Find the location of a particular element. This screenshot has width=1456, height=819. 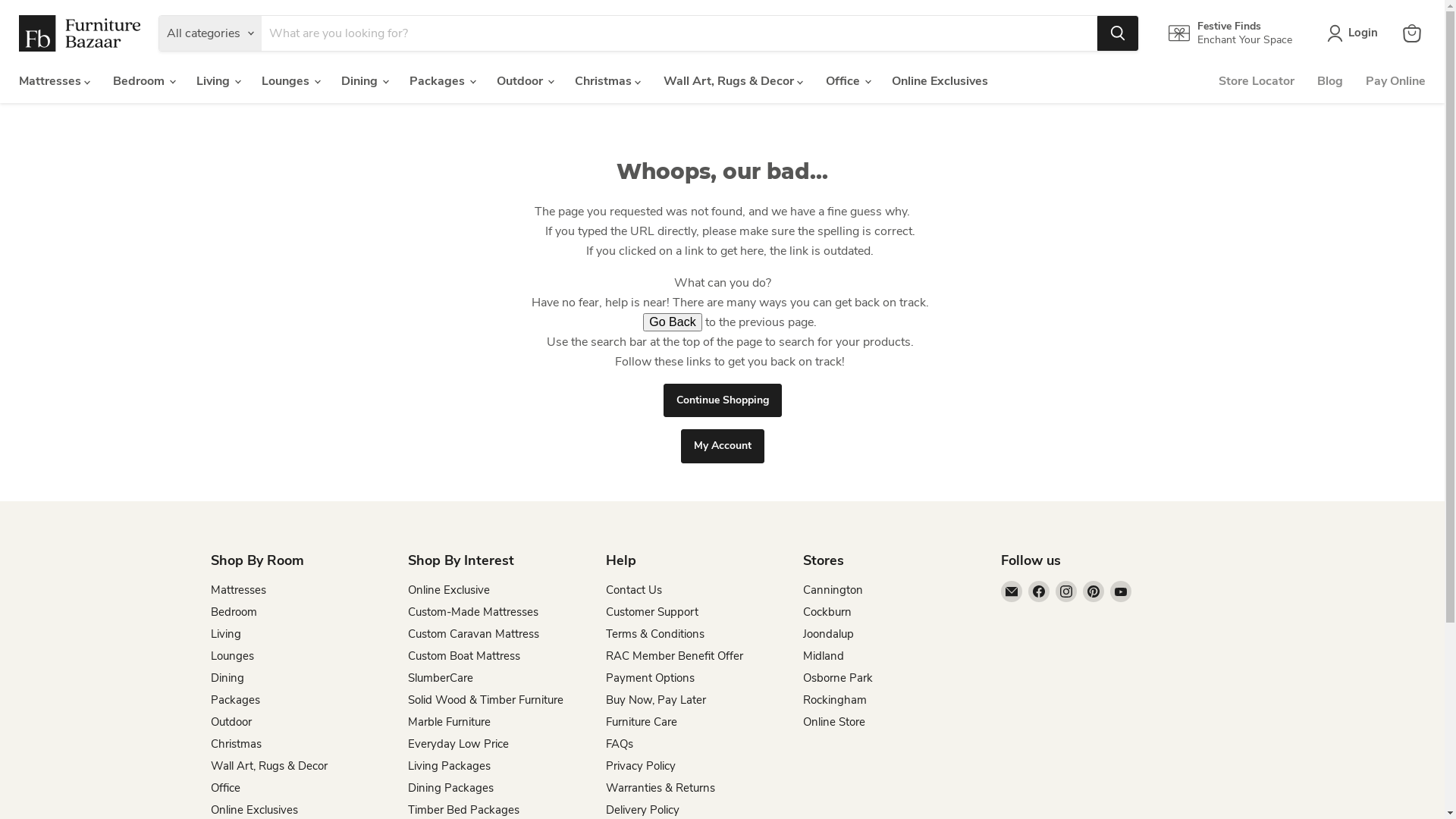

'Christmas' is located at coordinates (235, 742).